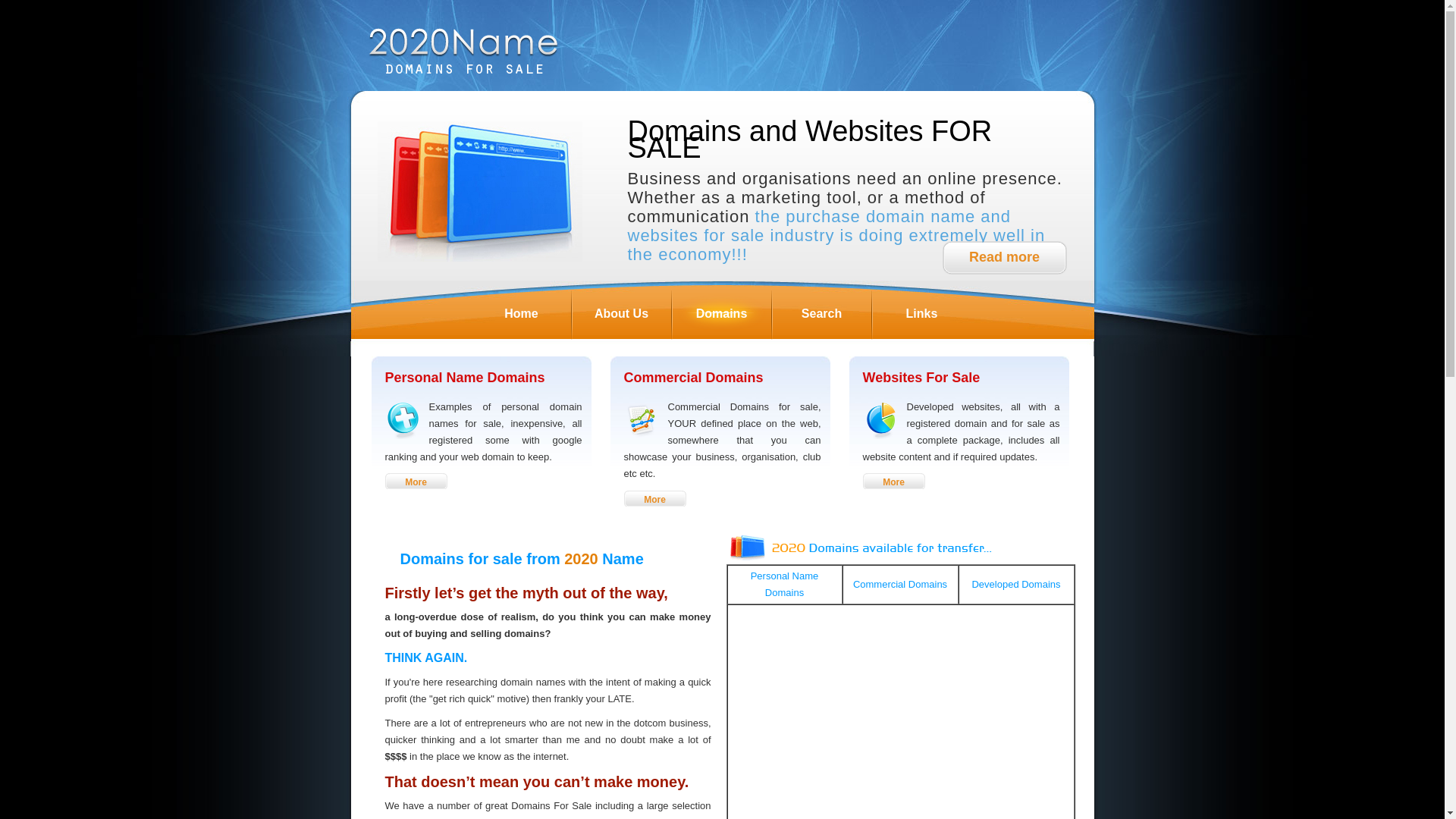 This screenshot has height=819, width=1456. I want to click on 'Home', so click(520, 312).